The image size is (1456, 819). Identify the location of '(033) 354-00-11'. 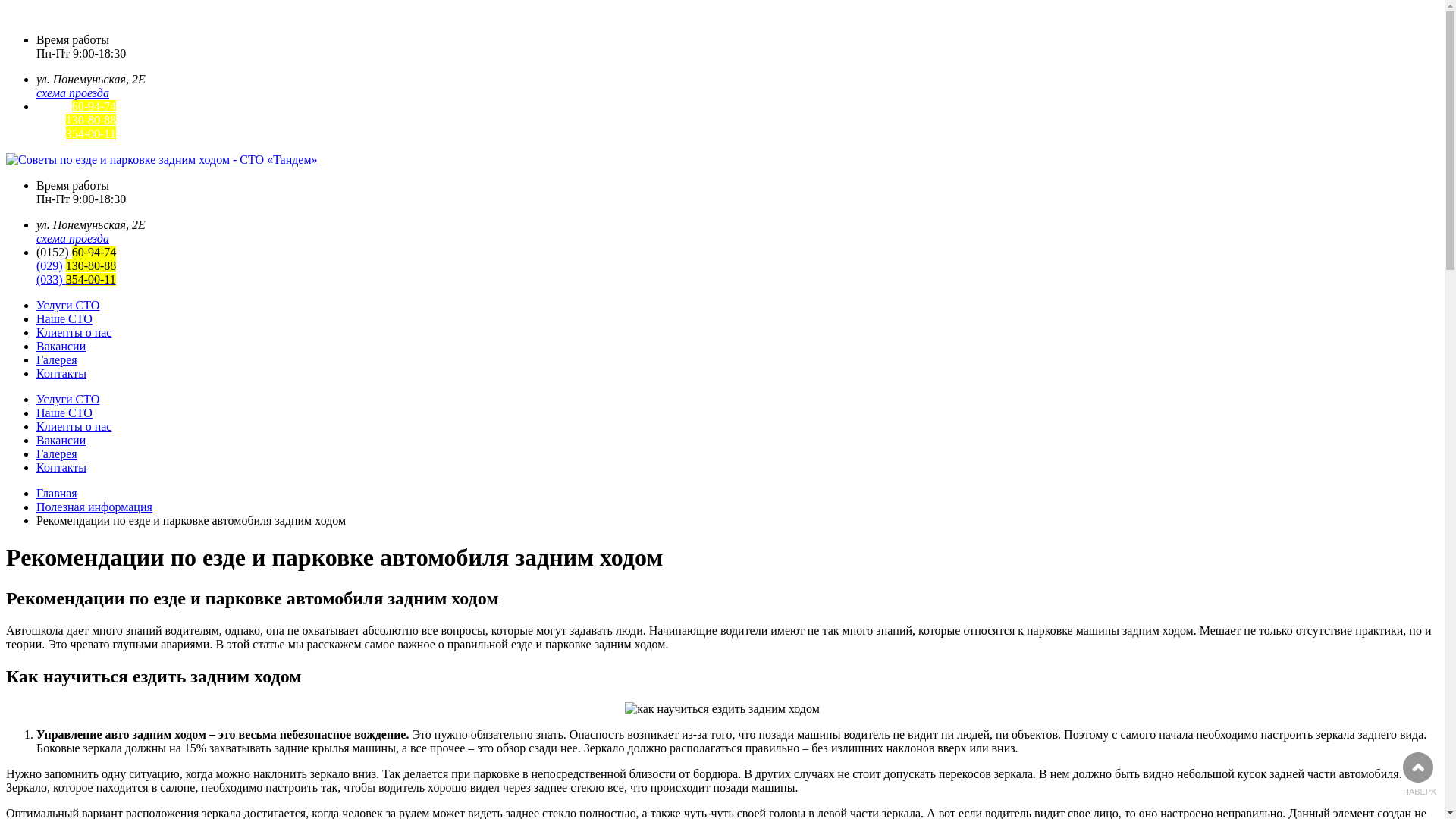
(75, 133).